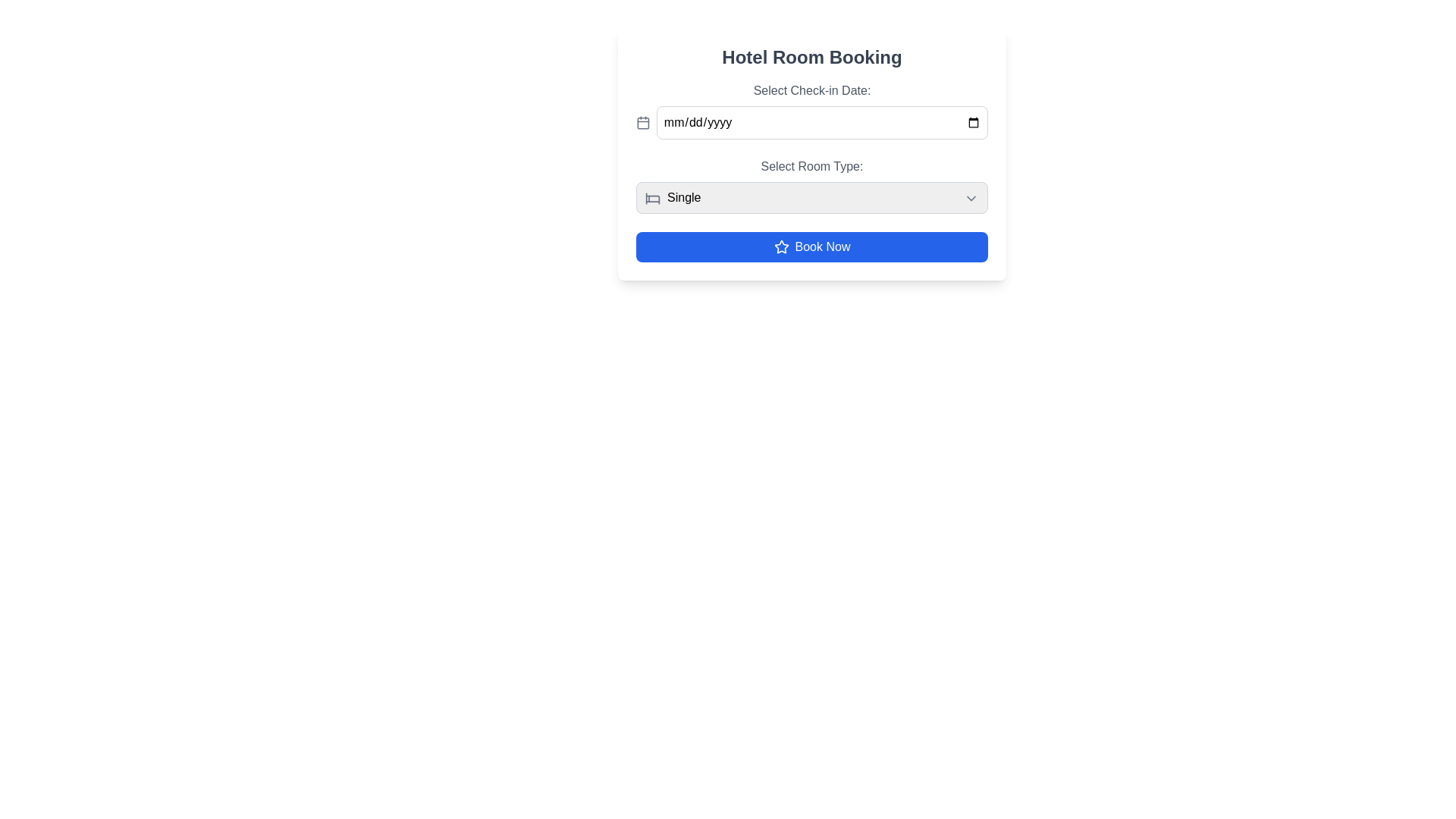 The image size is (1456, 819). I want to click on the text label that guides the user to input the check-in date, located above the date input field and calendar icon, so click(811, 90).